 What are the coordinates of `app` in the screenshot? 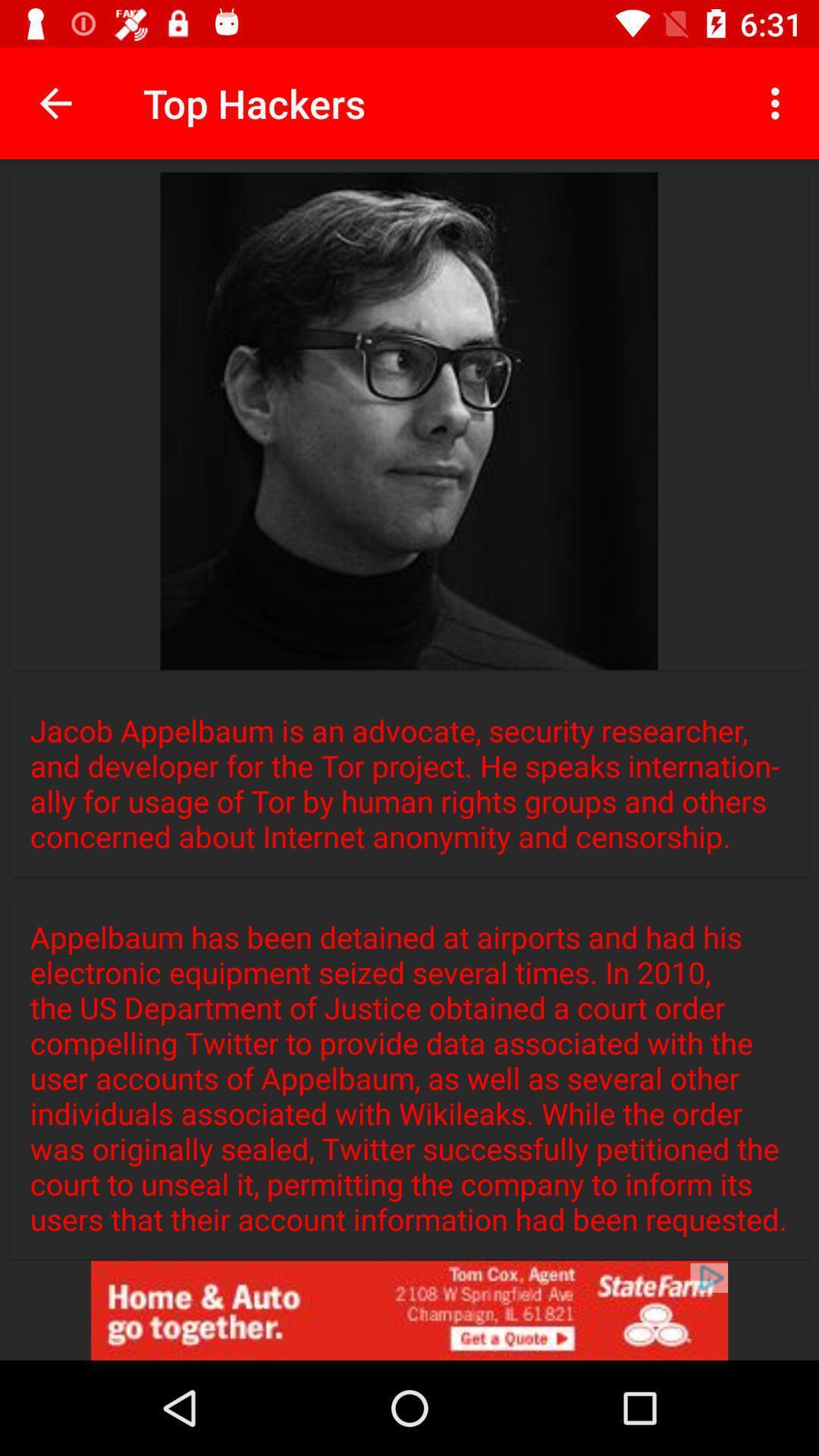 It's located at (409, 1310).